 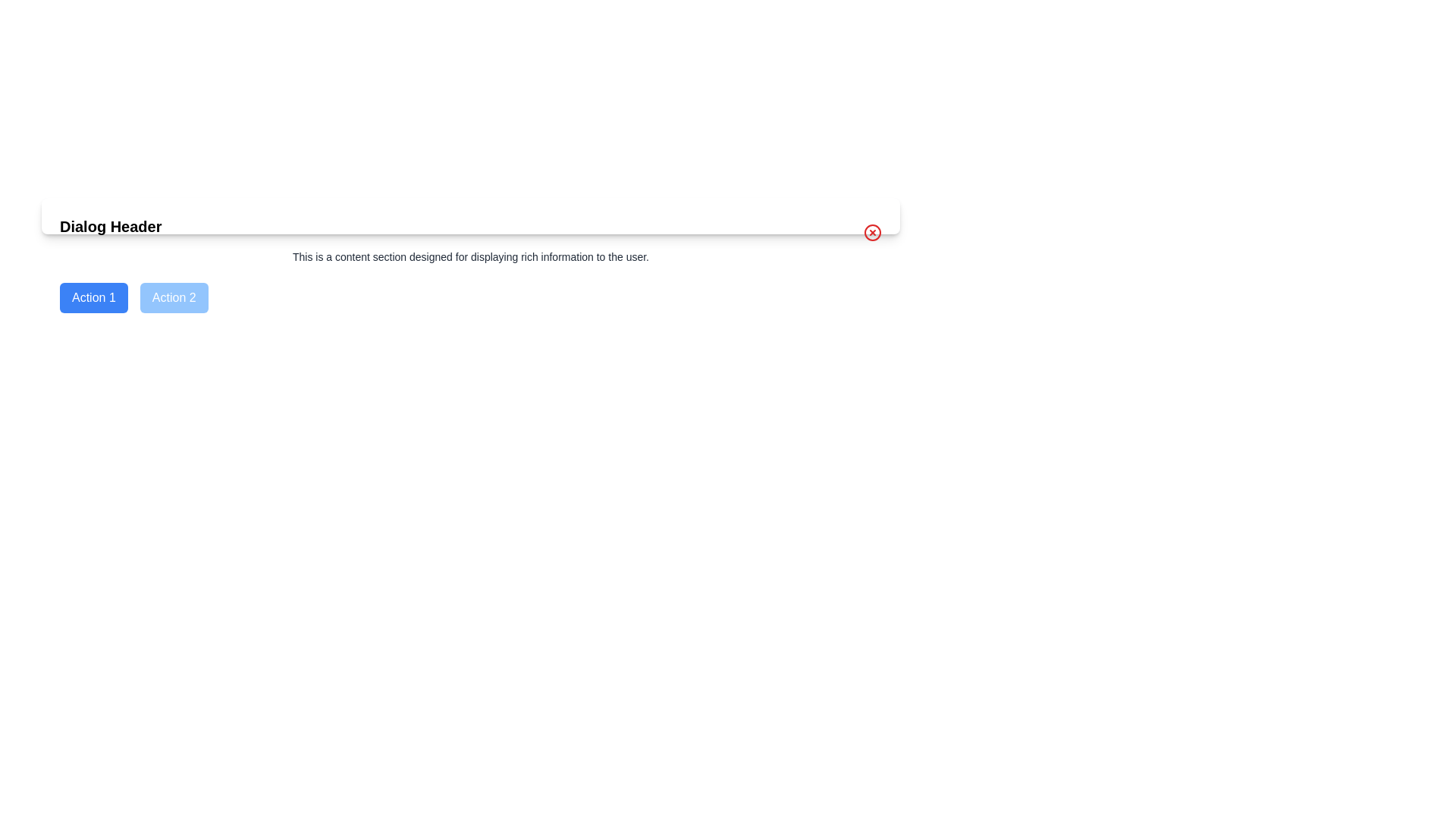 What do you see at coordinates (93, 298) in the screenshot?
I see `the blue button labeled 'Action 1'` at bounding box center [93, 298].